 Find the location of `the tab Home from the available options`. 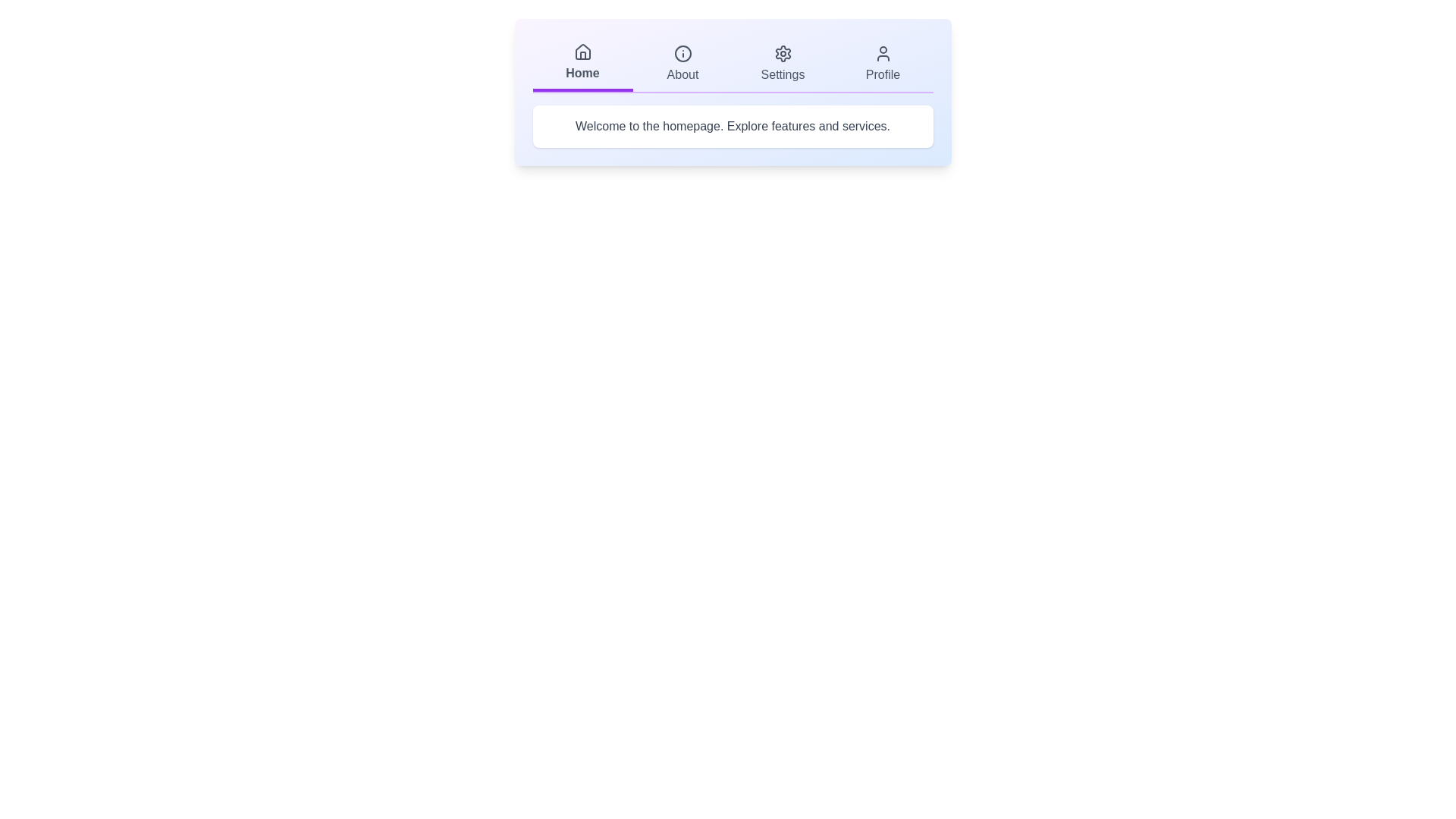

the tab Home from the available options is located at coordinates (582, 63).